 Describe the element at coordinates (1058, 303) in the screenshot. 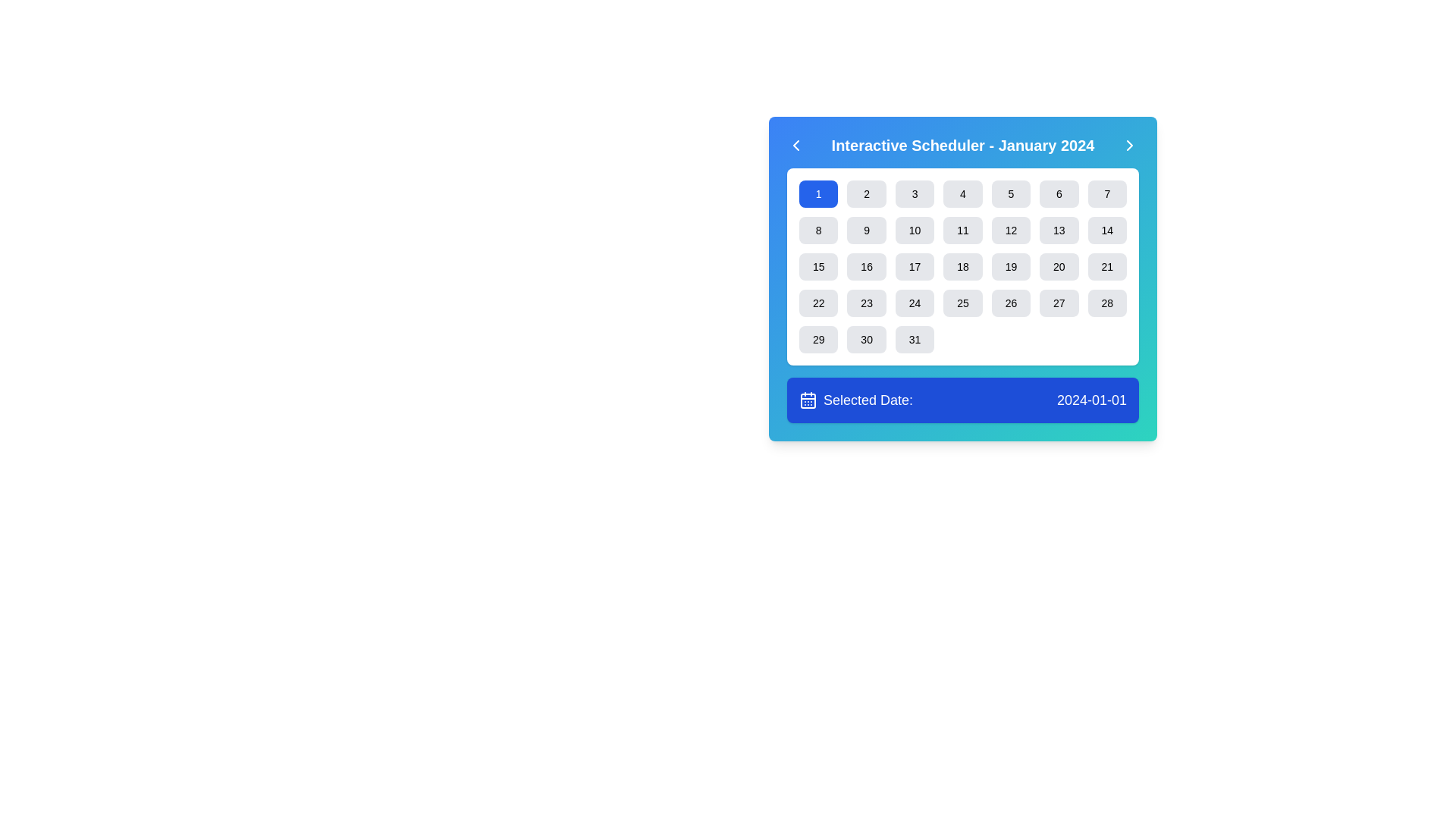

I see `the selectable date button labeled '27' in the calendar interface titled 'Interactive Scheduler - January 2024'` at that location.